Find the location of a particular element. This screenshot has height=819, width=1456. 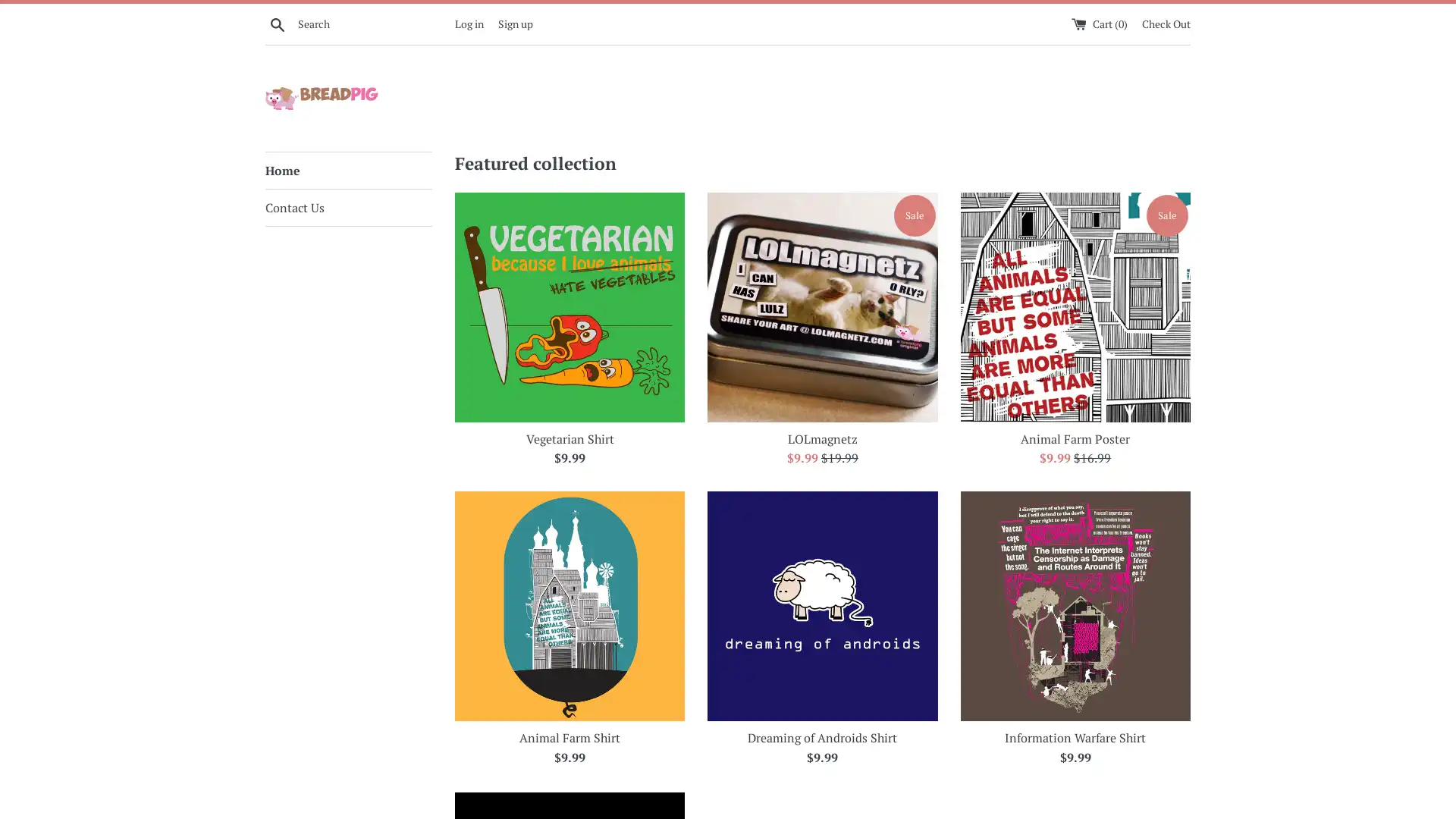

Search is located at coordinates (277, 23).